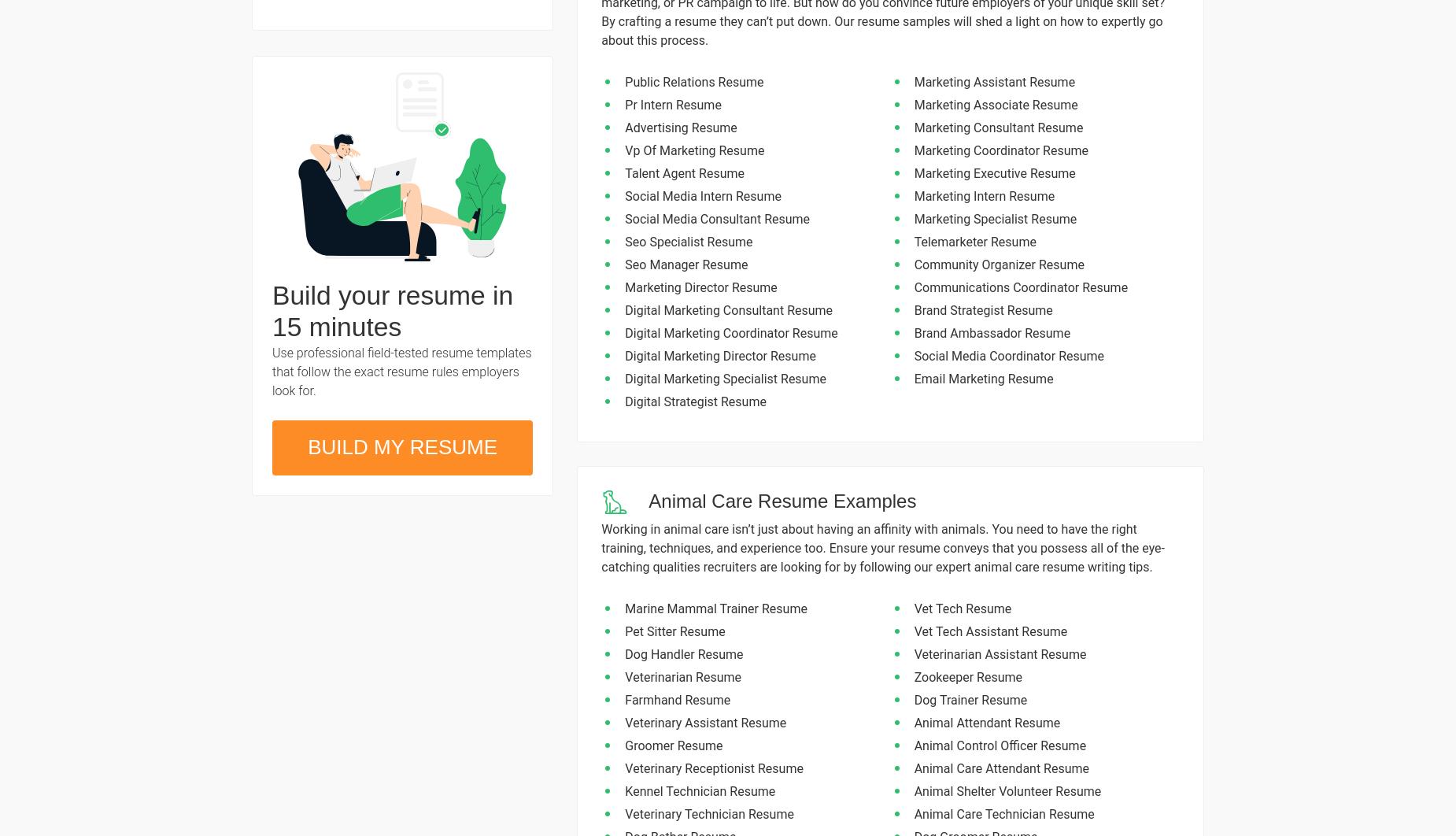 The height and width of the screenshot is (836, 1456). Describe the element at coordinates (913, 332) in the screenshot. I see `'Brand Ambassador Resume'` at that location.